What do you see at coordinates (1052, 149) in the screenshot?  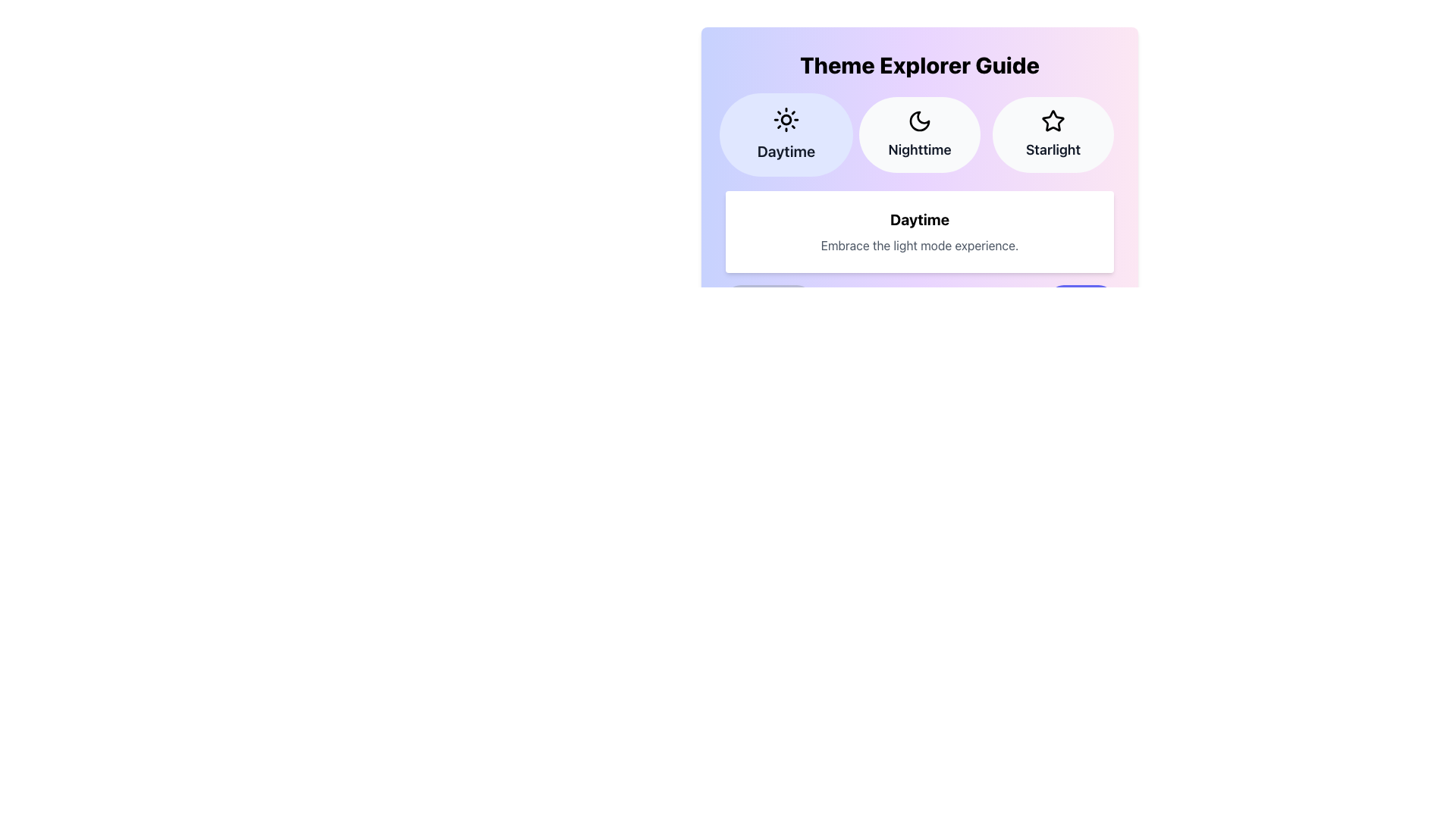 I see `text displayed in the Static Text Label labeled 'Starlight', which is in bold, large-sized letters, dark gray in color, and located beneath a star icon within a rounded rectangle` at bounding box center [1052, 149].